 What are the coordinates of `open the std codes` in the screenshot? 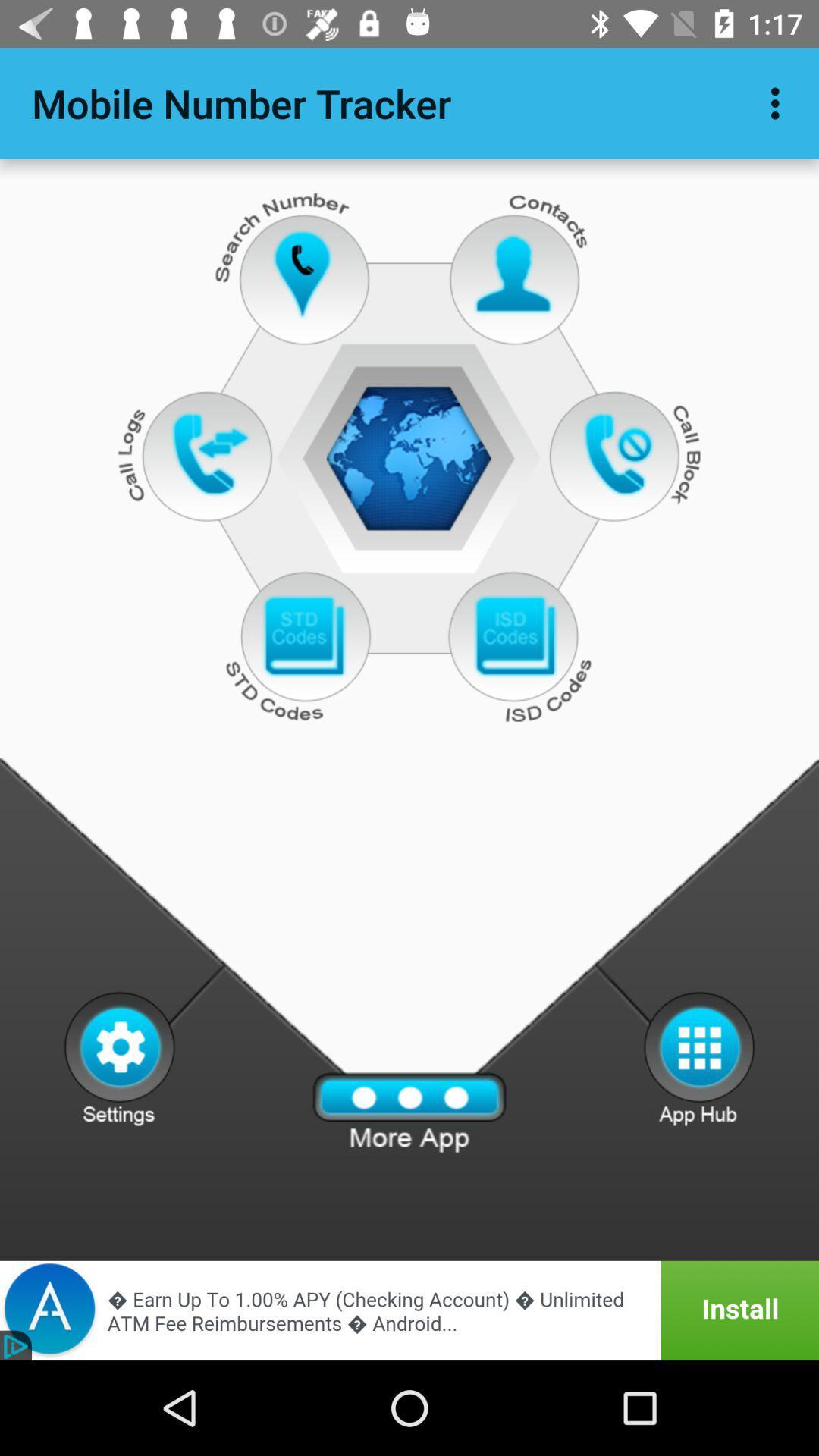 It's located at (303, 637).